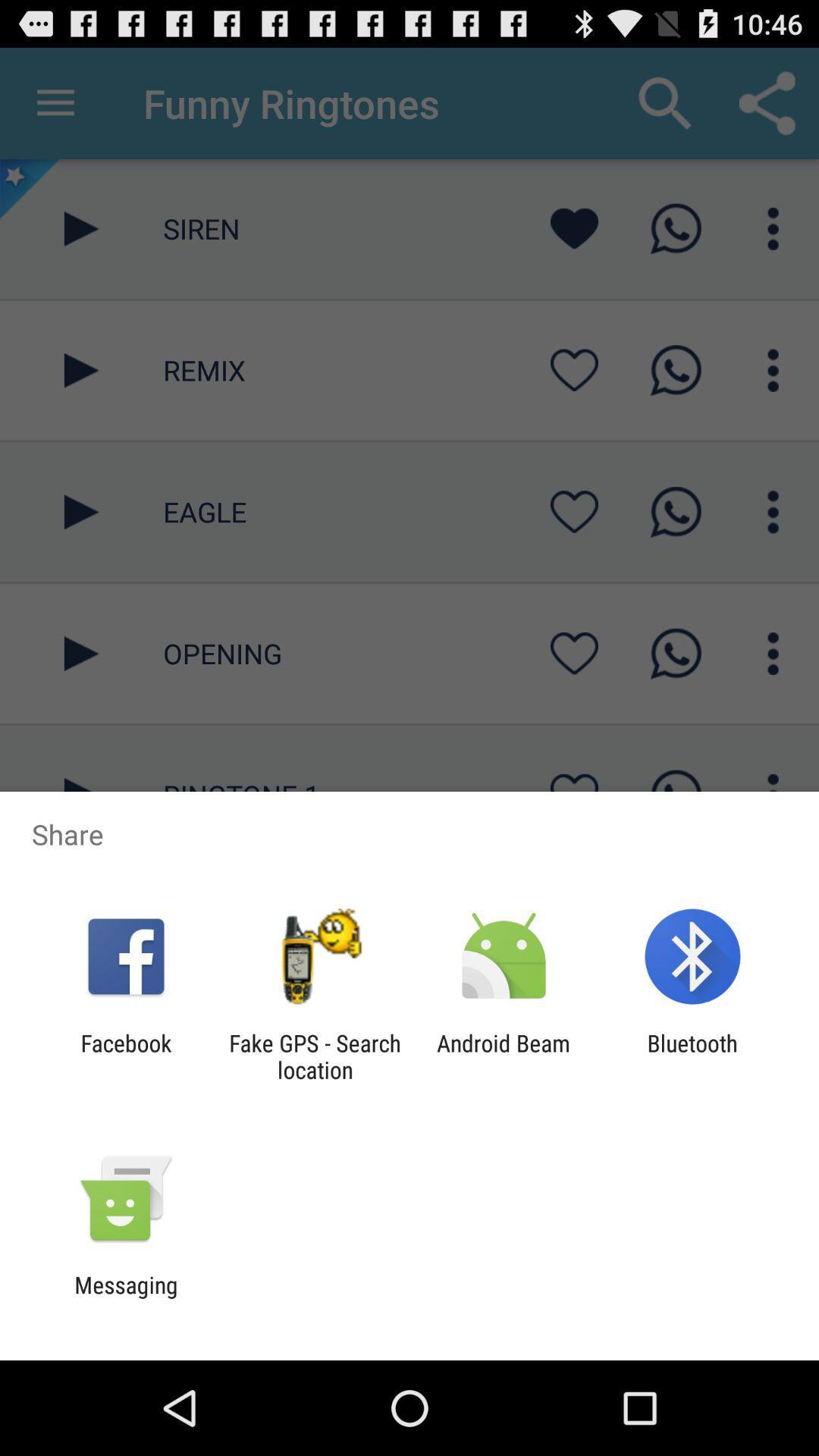  What do you see at coordinates (504, 1056) in the screenshot?
I see `the item to the right of fake gps search` at bounding box center [504, 1056].